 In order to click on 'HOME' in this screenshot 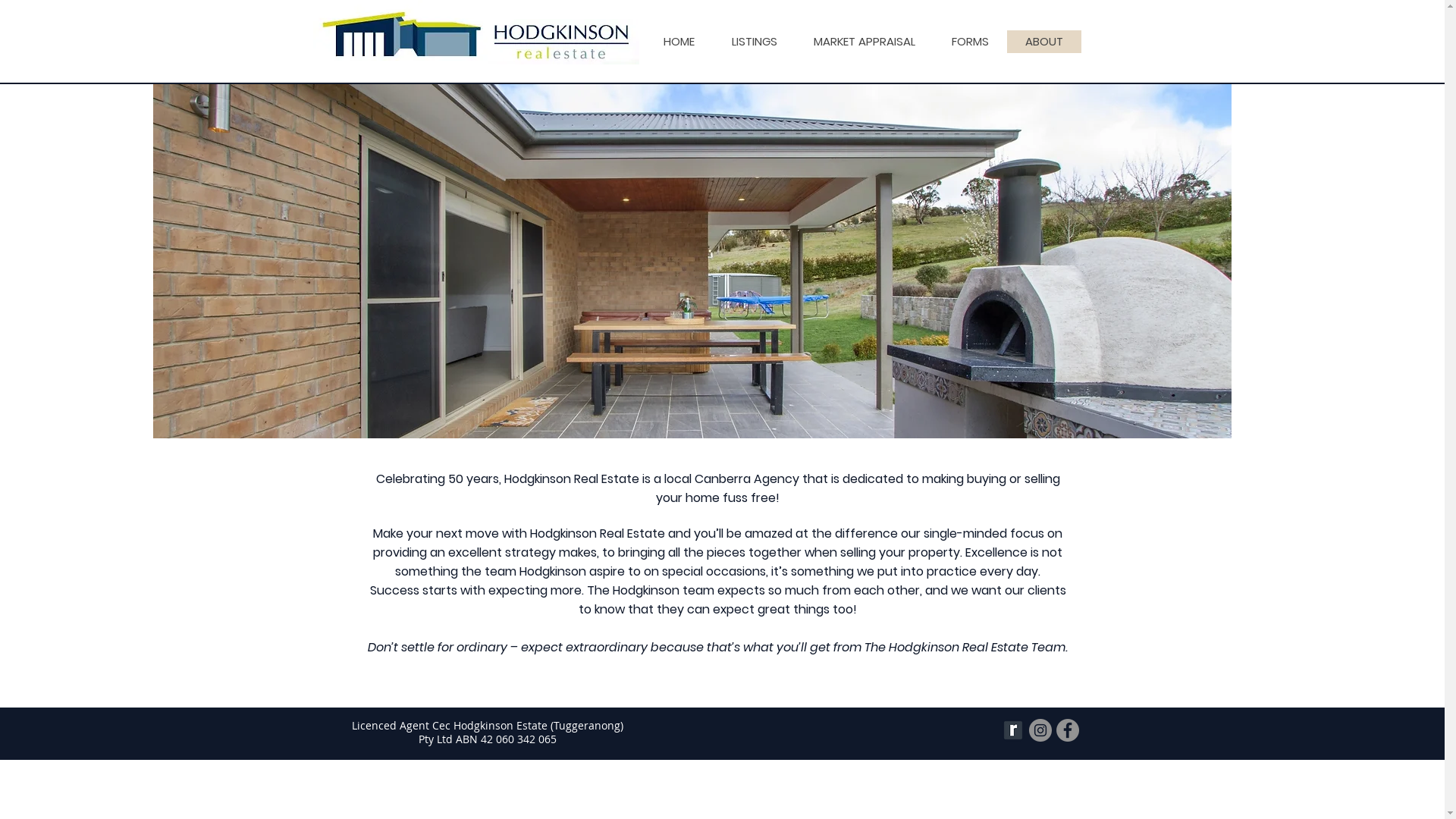, I will do `click(677, 40)`.